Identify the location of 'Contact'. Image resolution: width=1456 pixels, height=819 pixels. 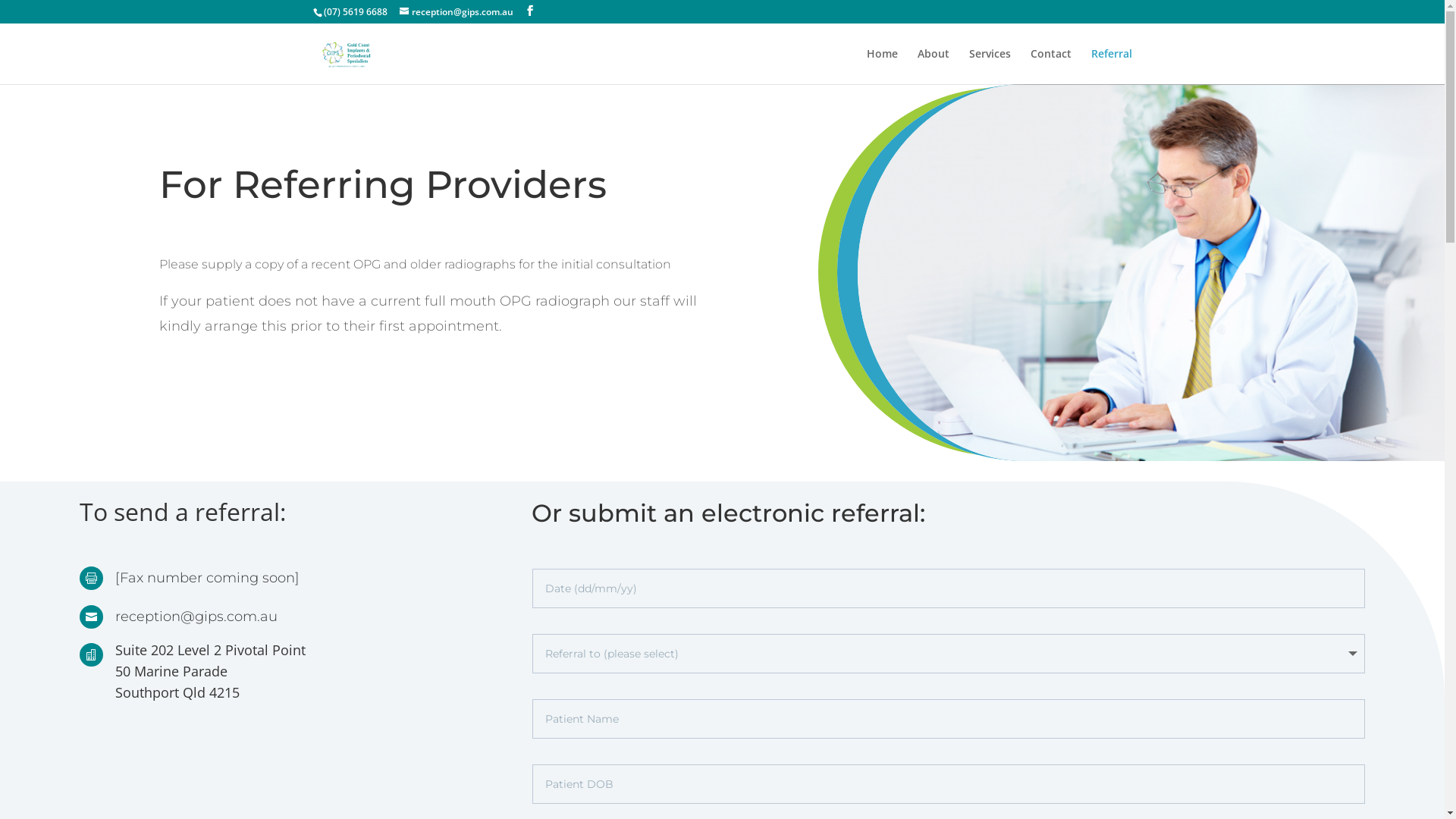
(1050, 65).